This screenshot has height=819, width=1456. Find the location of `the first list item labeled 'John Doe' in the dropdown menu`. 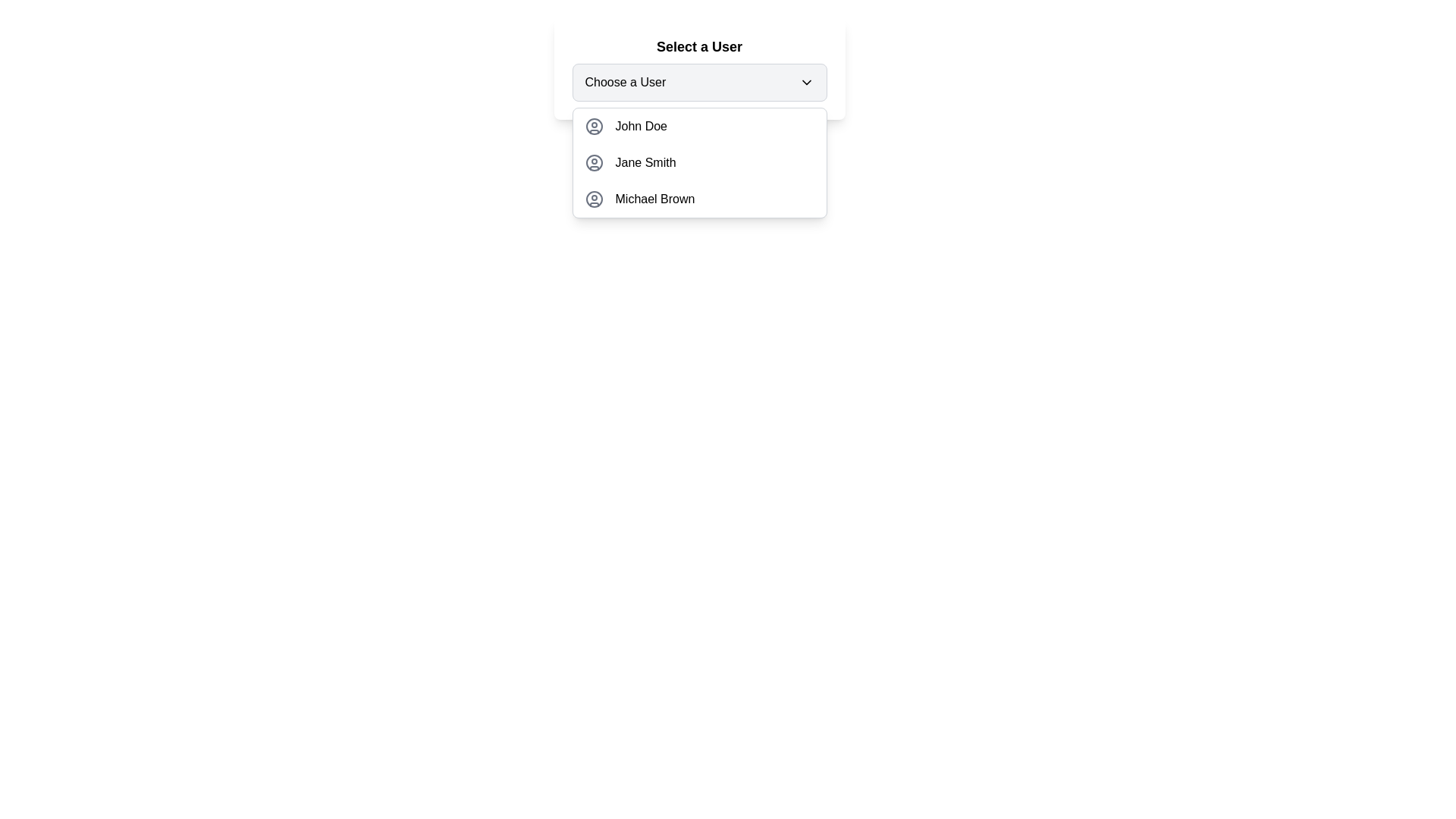

the first list item labeled 'John Doe' in the dropdown menu is located at coordinates (698, 125).